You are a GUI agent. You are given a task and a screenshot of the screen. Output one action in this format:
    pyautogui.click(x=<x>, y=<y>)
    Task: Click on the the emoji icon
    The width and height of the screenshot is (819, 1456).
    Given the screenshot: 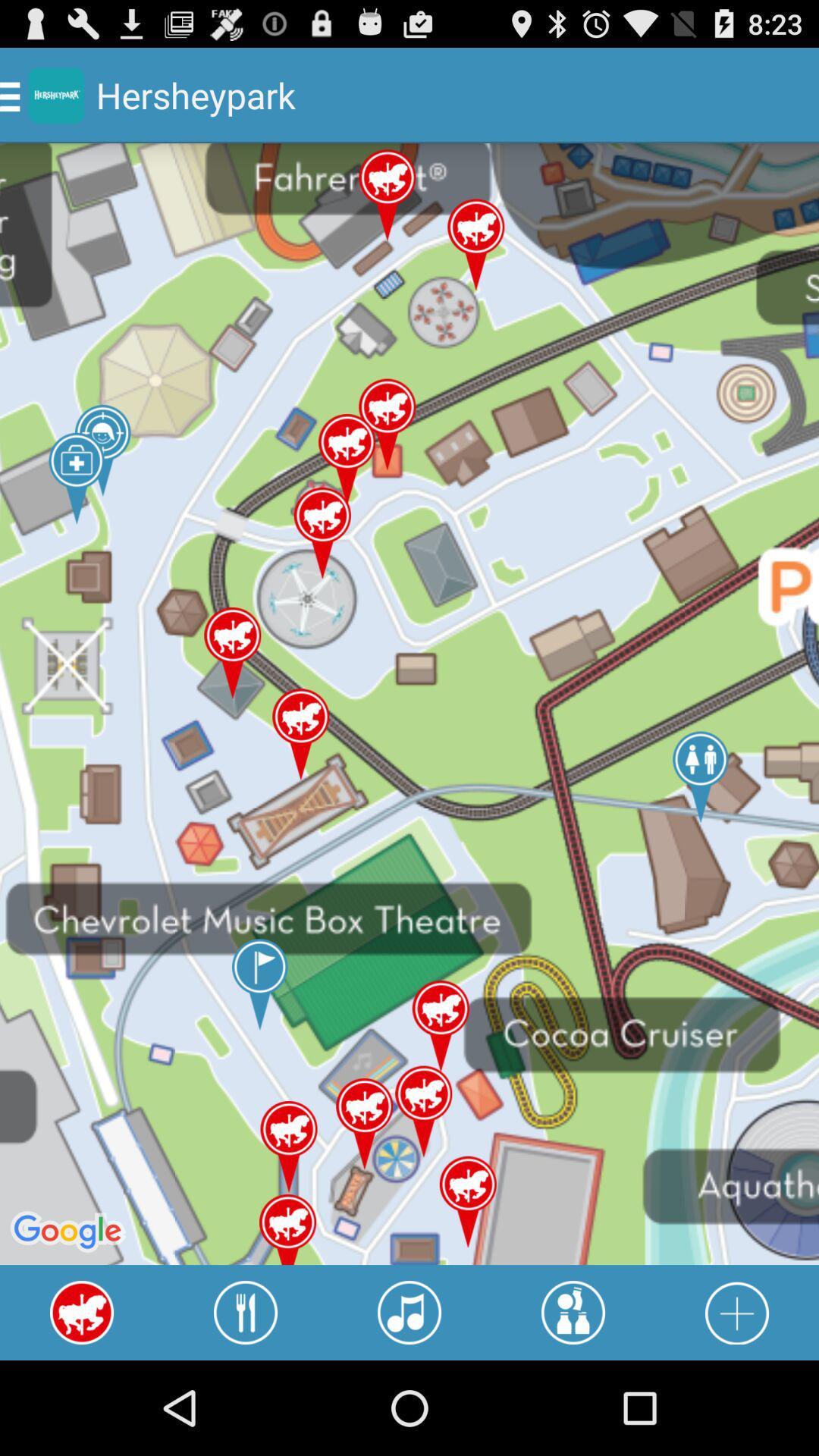 What is the action you would take?
    pyautogui.click(x=573, y=1404)
    